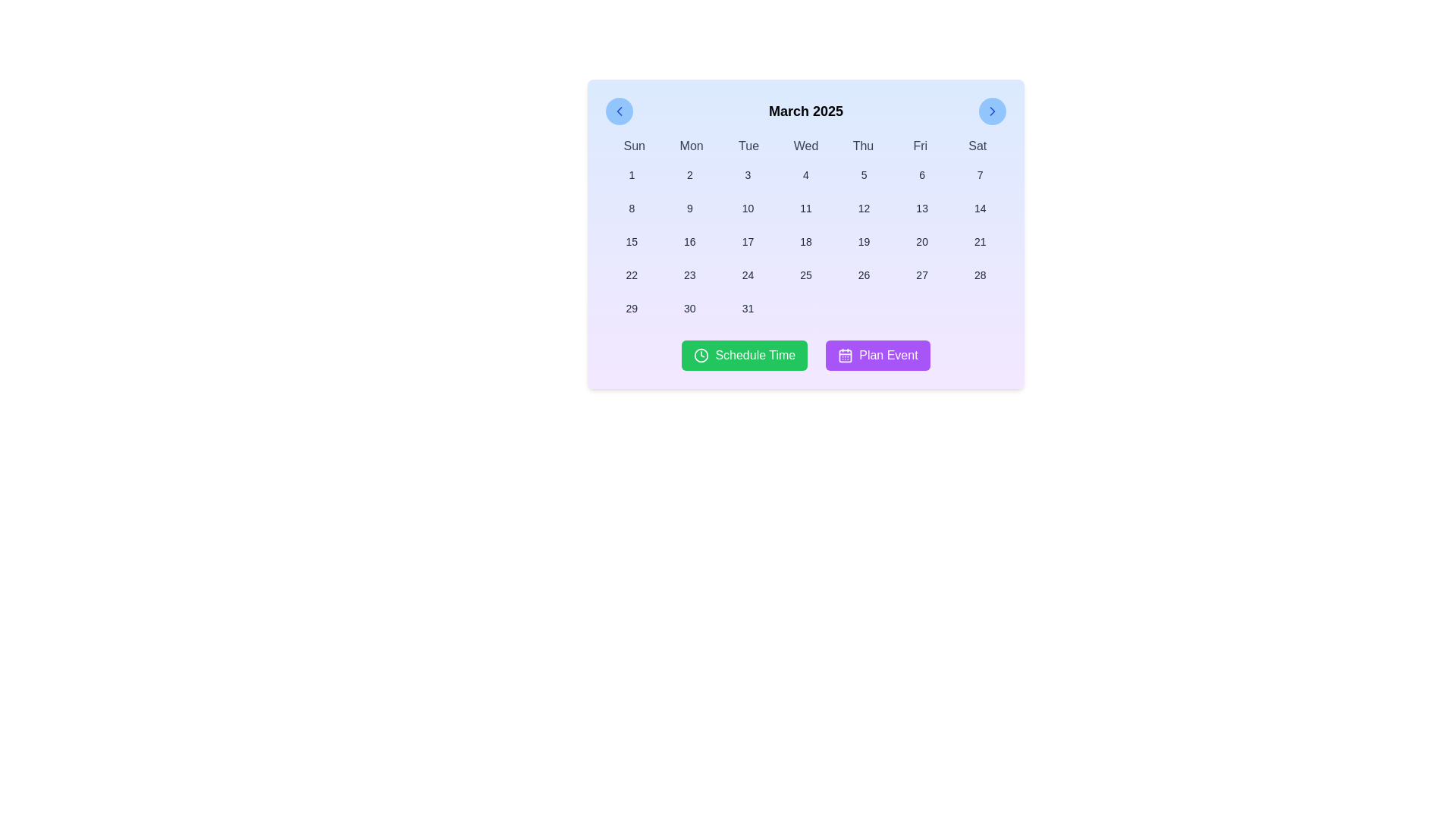  What do you see at coordinates (921, 275) in the screenshot?
I see `the interactive calendar day button displaying the number '27'` at bounding box center [921, 275].